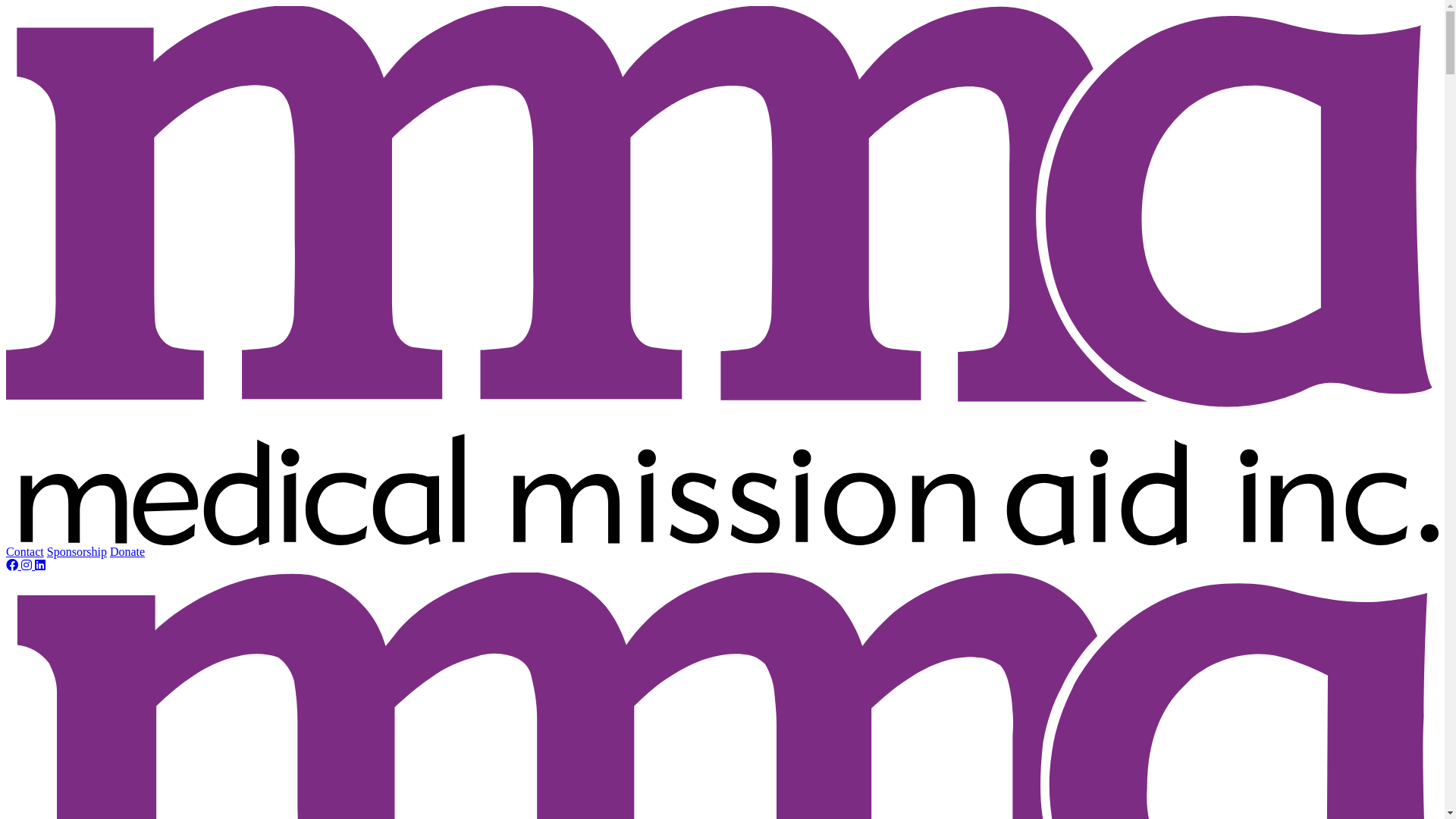 This screenshot has height=819, width=1456. What do you see at coordinates (127, 551) in the screenshot?
I see `'Donate'` at bounding box center [127, 551].